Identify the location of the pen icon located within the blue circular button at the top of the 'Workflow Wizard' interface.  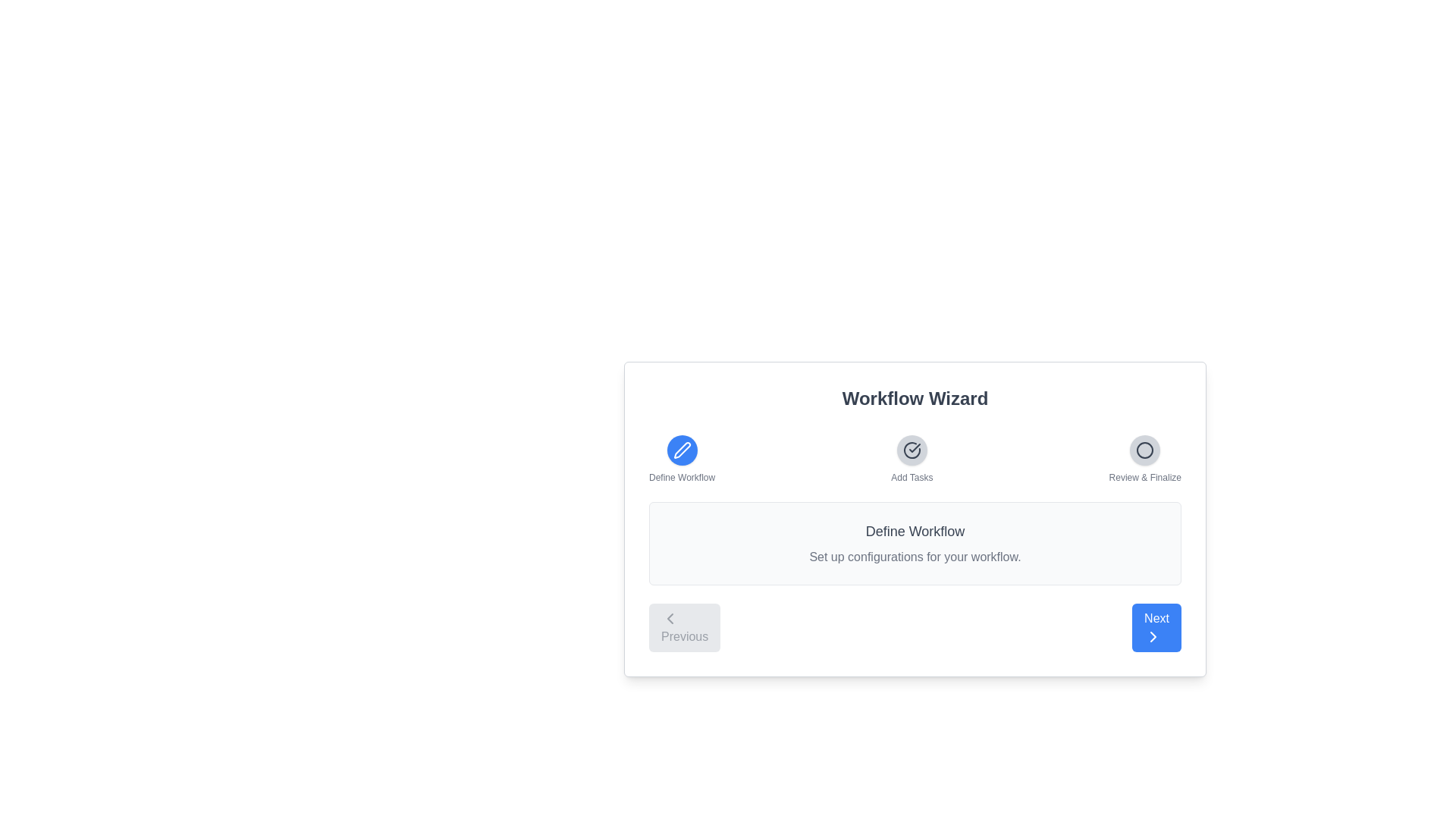
(681, 450).